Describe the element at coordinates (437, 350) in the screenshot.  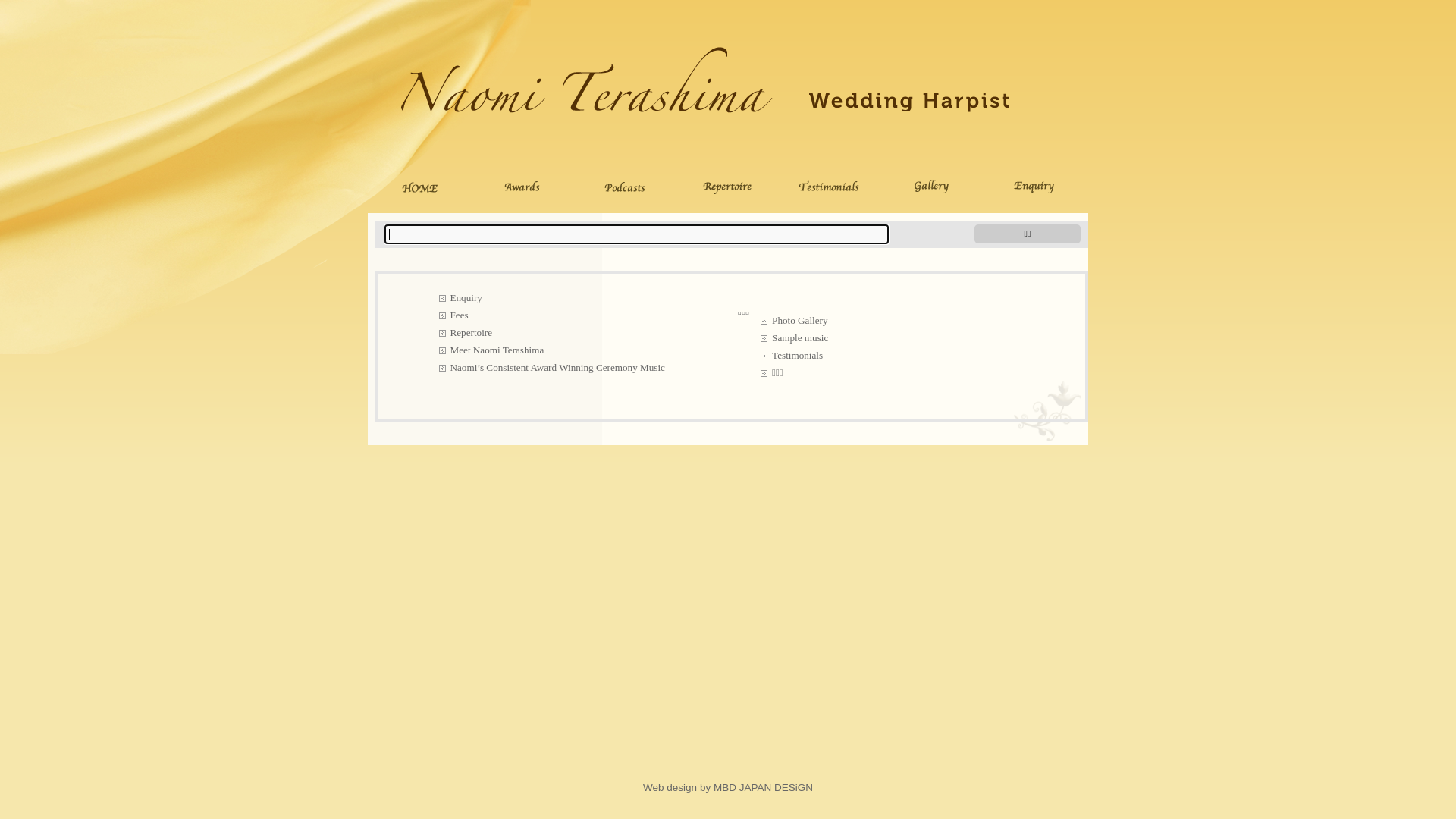
I see `'Meet Naomi Terashima'` at that location.